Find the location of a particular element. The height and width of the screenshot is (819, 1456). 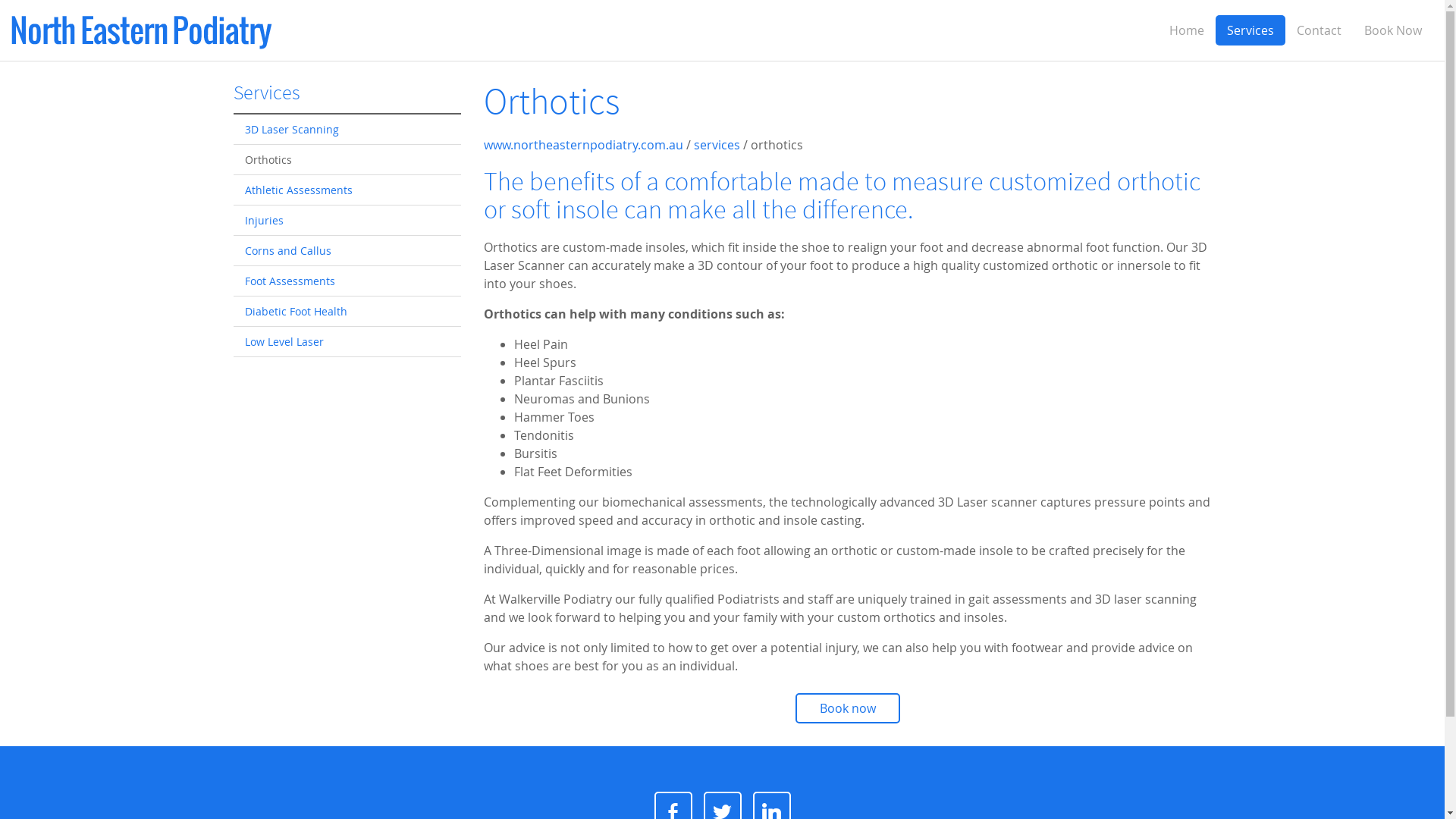

'Athletic Assessments' is located at coordinates (232, 189).